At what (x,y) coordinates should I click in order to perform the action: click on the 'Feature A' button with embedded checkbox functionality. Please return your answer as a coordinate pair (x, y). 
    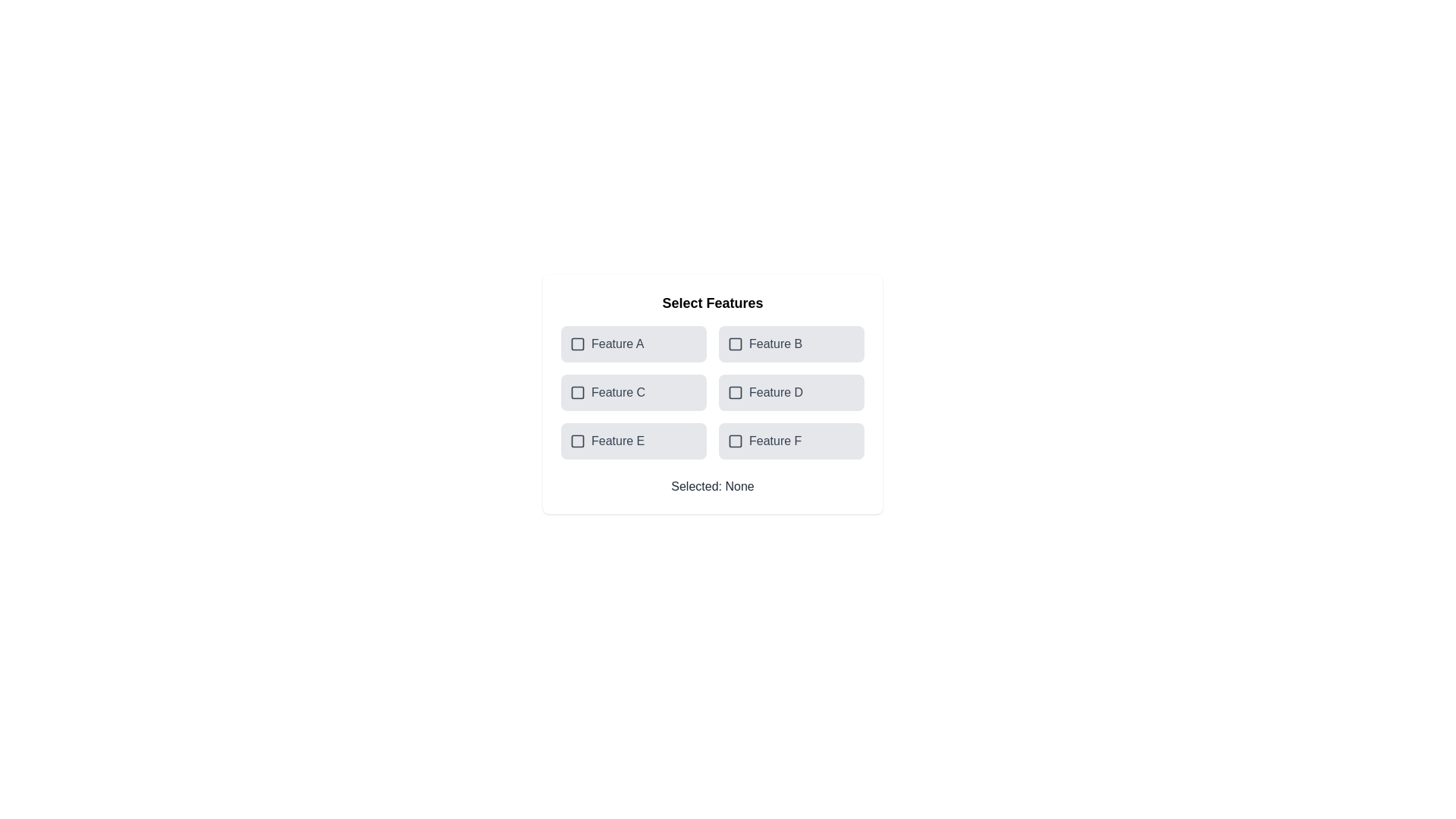
    Looking at the image, I should click on (633, 344).